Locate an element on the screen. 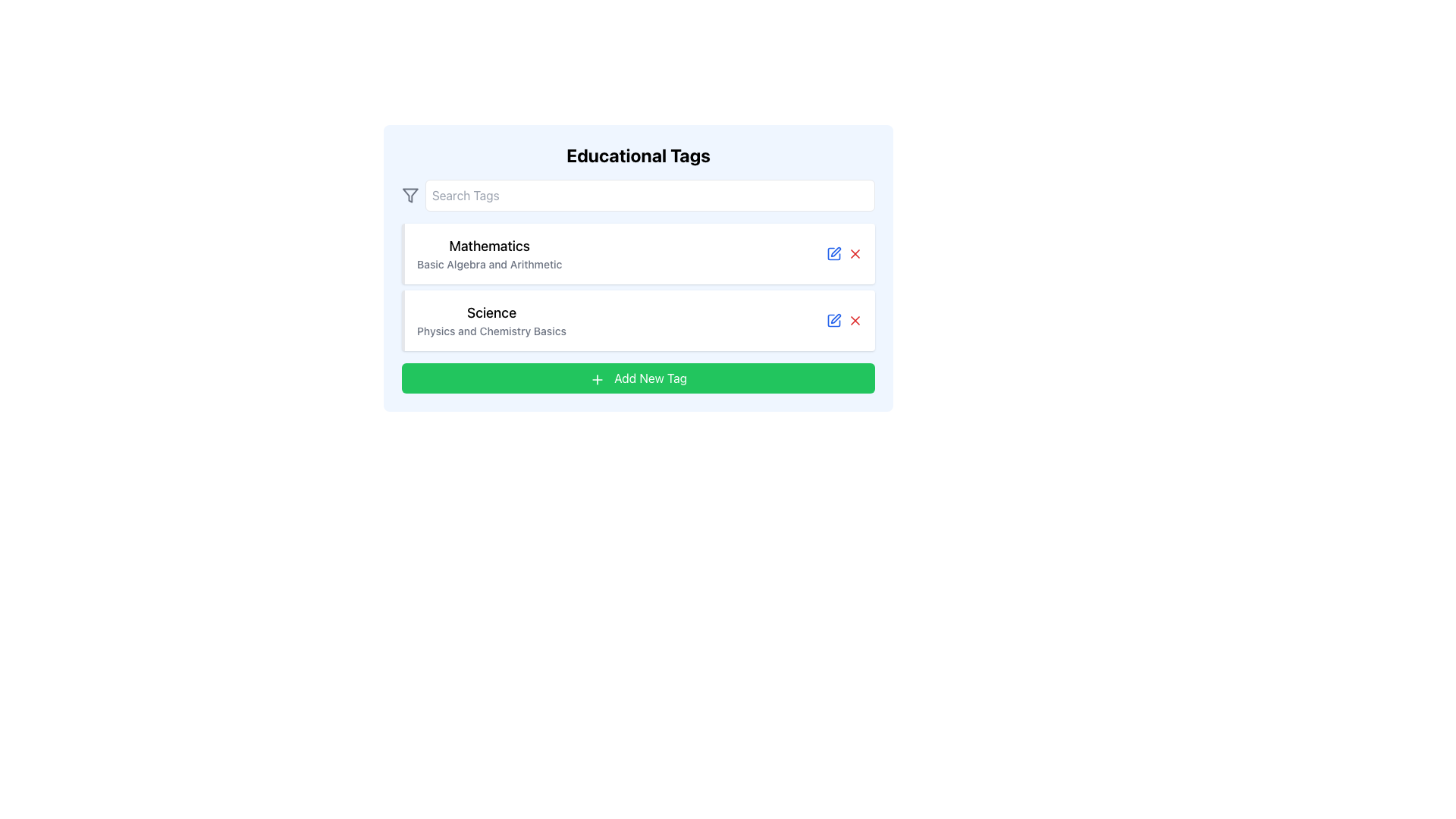 The image size is (1456, 819). the filtering icon located in the top-left corner of the interface is located at coordinates (410, 195).